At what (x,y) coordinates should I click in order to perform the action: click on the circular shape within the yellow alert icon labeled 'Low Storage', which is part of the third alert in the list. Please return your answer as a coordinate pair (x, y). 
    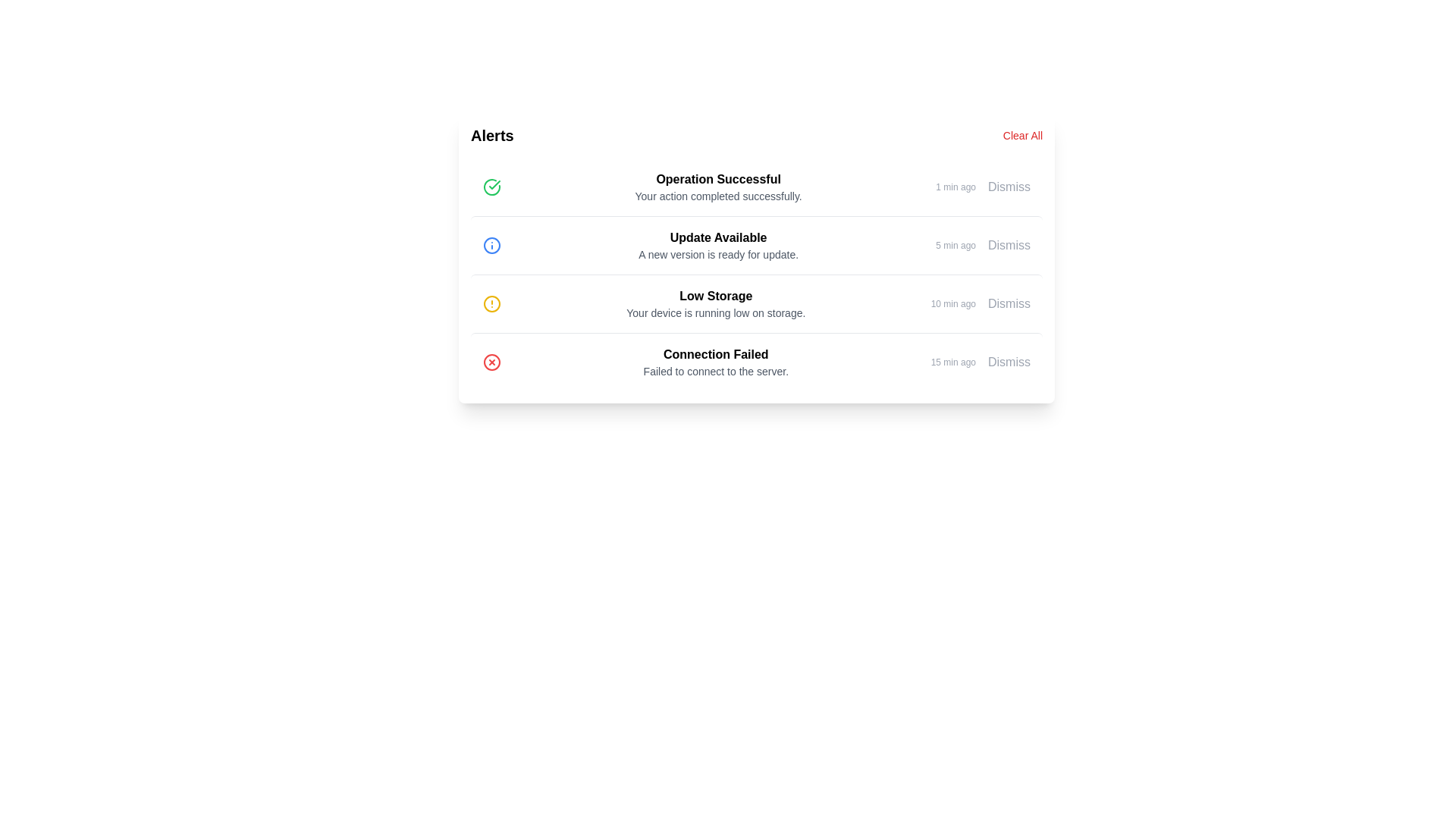
    Looking at the image, I should click on (491, 304).